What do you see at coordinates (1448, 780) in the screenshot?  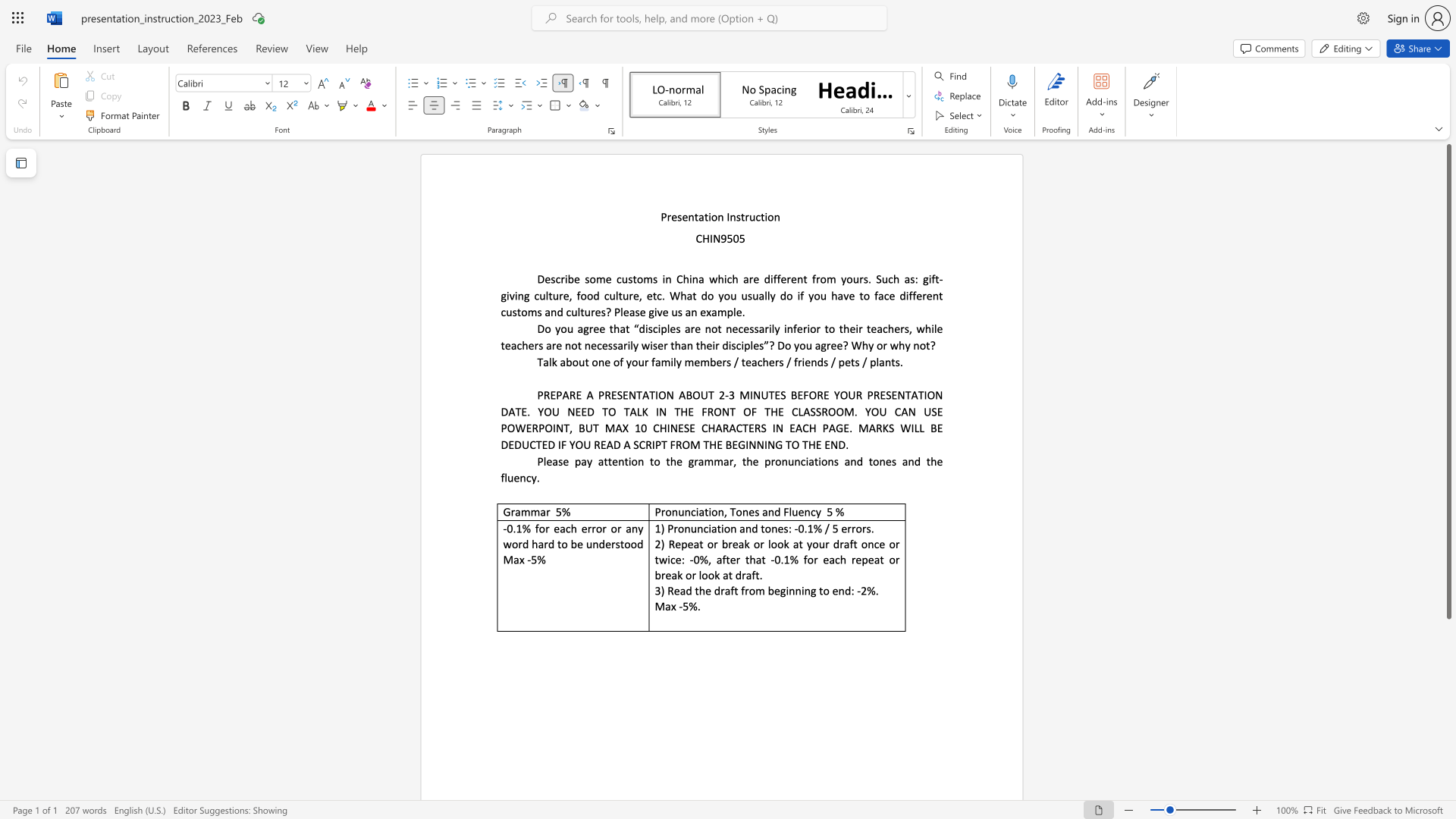 I see `the scrollbar on the right` at bounding box center [1448, 780].